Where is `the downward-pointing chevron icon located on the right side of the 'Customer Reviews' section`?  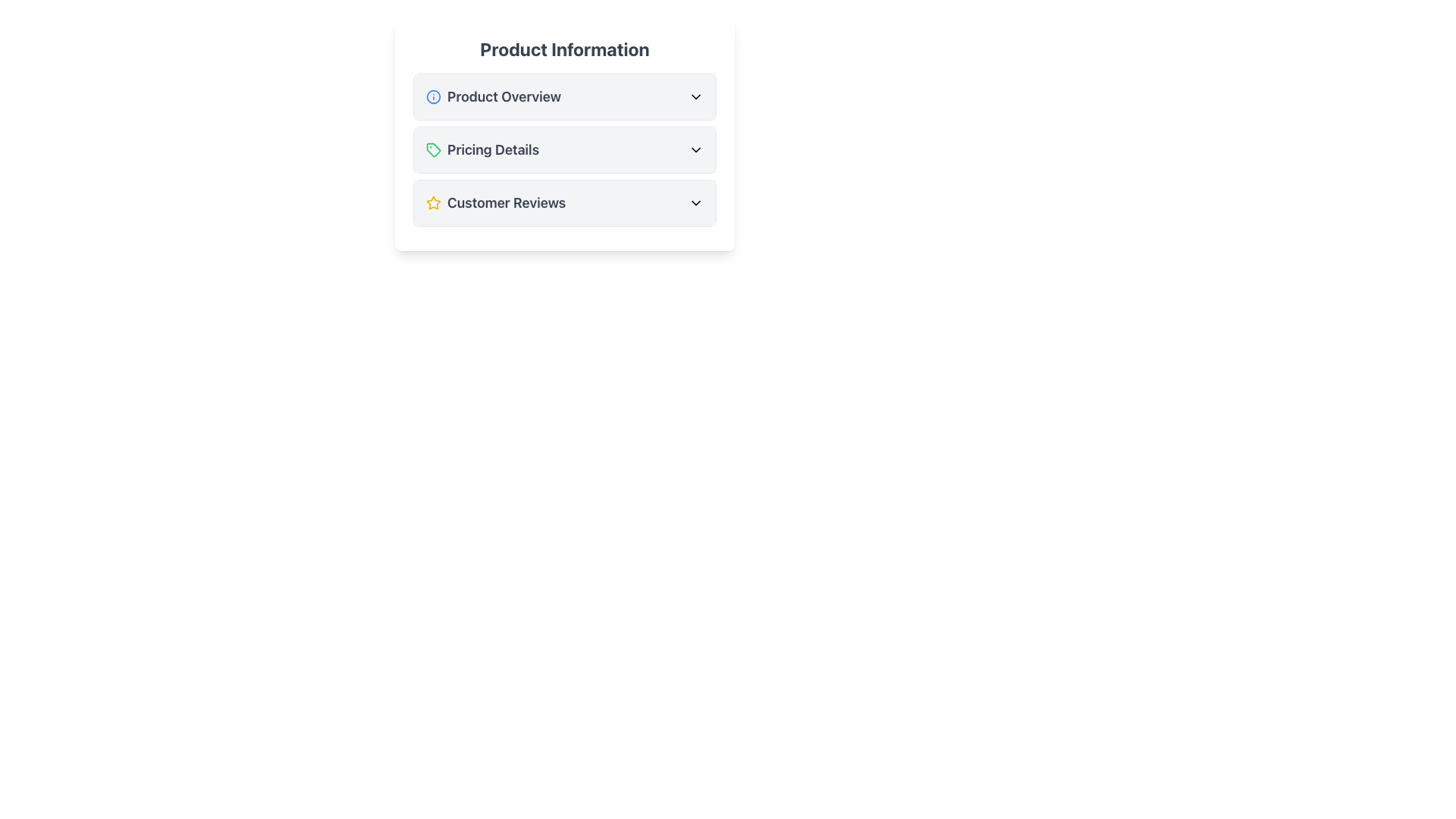
the downward-pointing chevron icon located on the right side of the 'Customer Reviews' section is located at coordinates (695, 202).